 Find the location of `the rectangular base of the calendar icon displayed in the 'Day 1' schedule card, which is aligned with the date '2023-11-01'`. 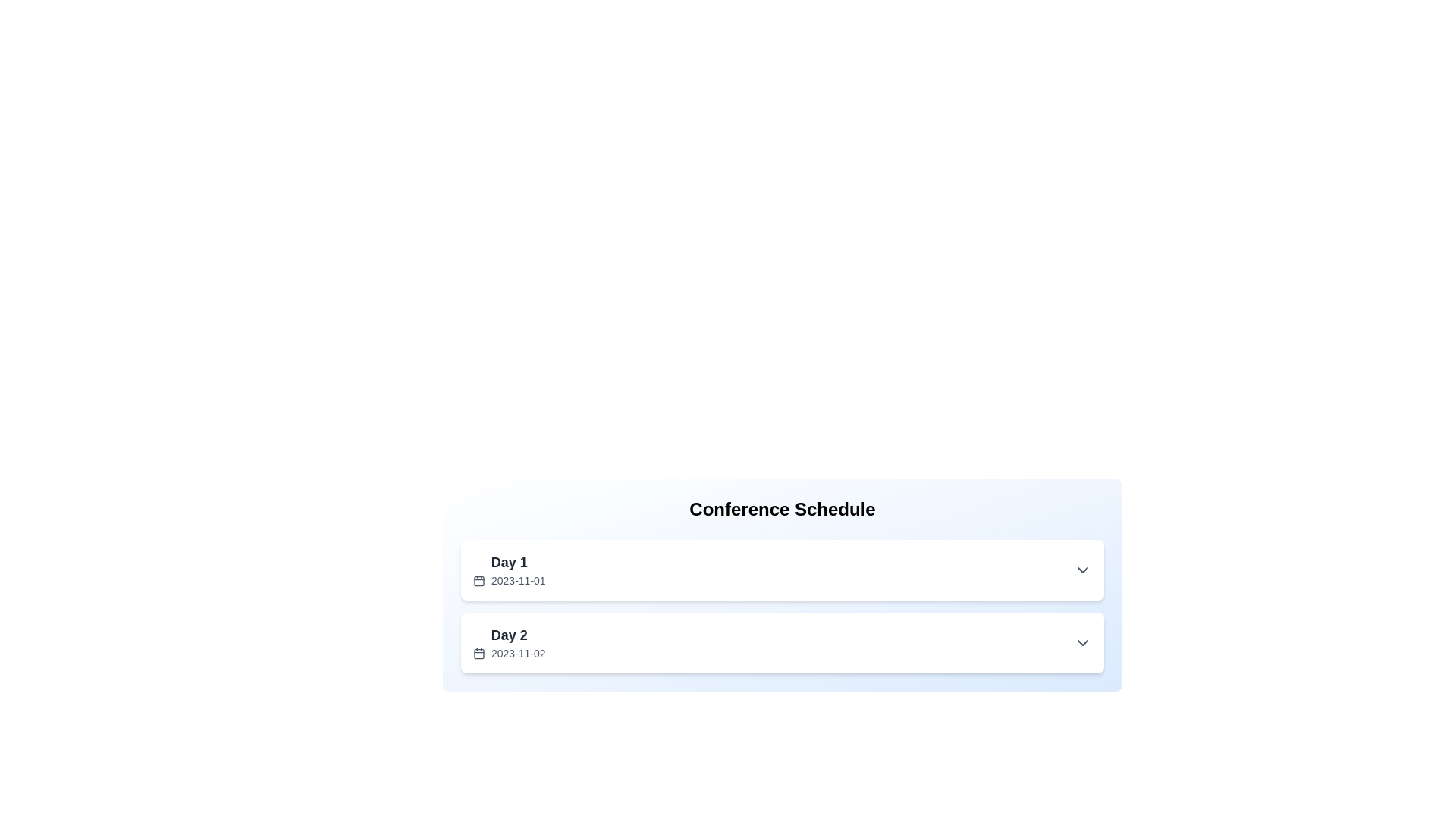

the rectangular base of the calendar icon displayed in the 'Day 1' schedule card, which is aligned with the date '2023-11-01' is located at coordinates (479, 580).